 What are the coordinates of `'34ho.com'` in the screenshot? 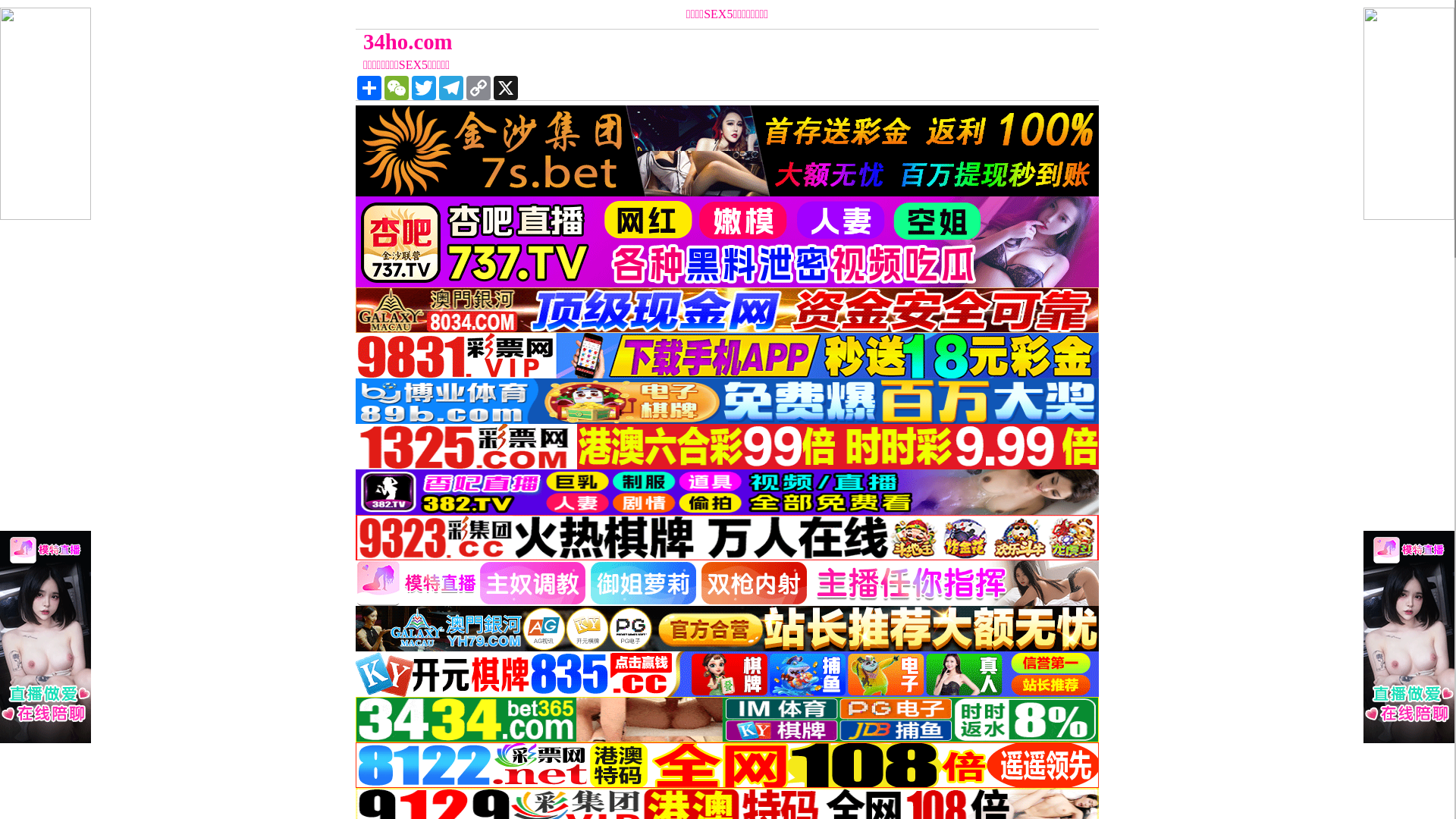 It's located at (634, 41).